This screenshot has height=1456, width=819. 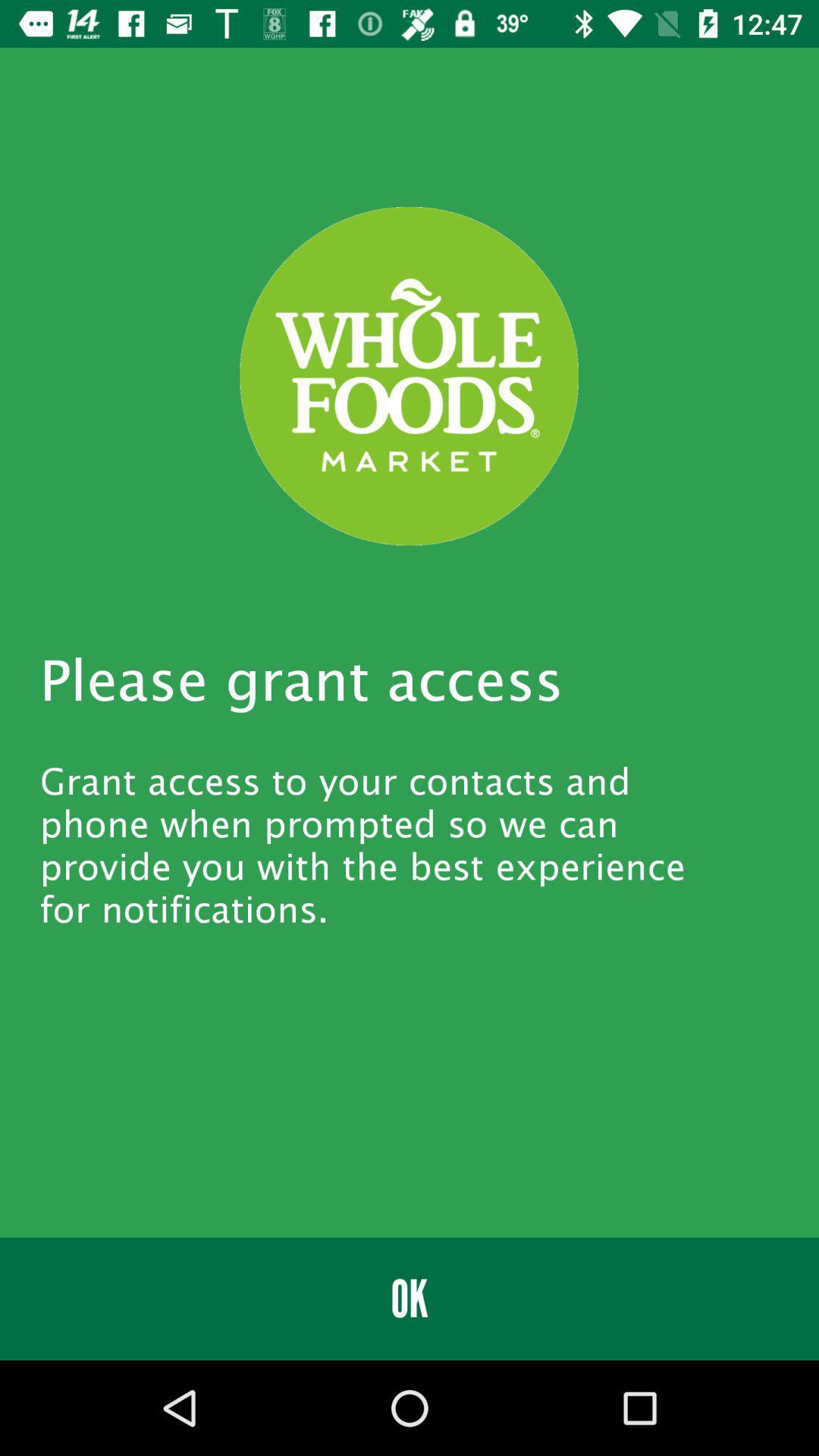 I want to click on the ok icon, so click(x=409, y=1298).